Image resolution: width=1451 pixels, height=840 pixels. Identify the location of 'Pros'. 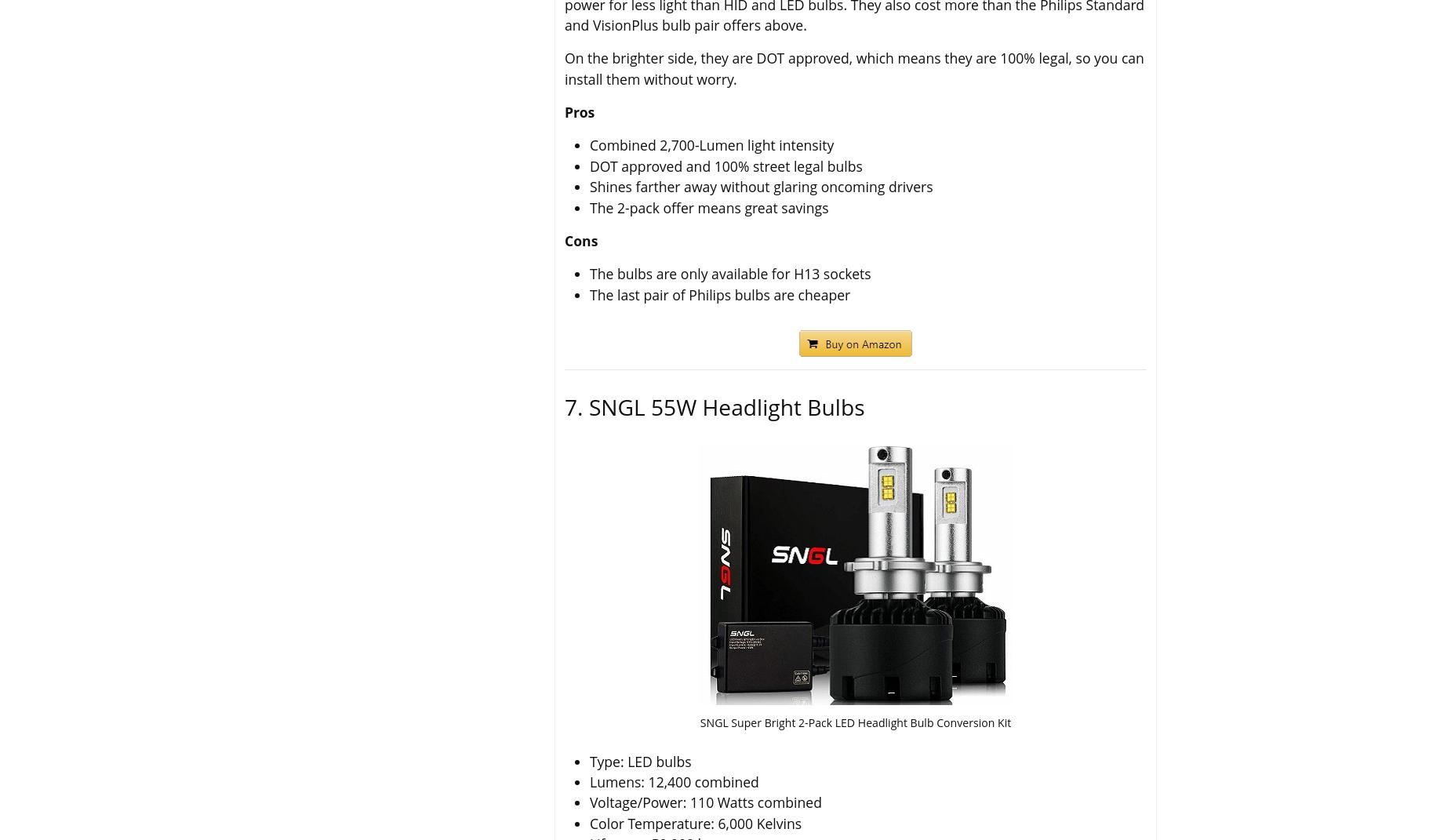
(580, 111).